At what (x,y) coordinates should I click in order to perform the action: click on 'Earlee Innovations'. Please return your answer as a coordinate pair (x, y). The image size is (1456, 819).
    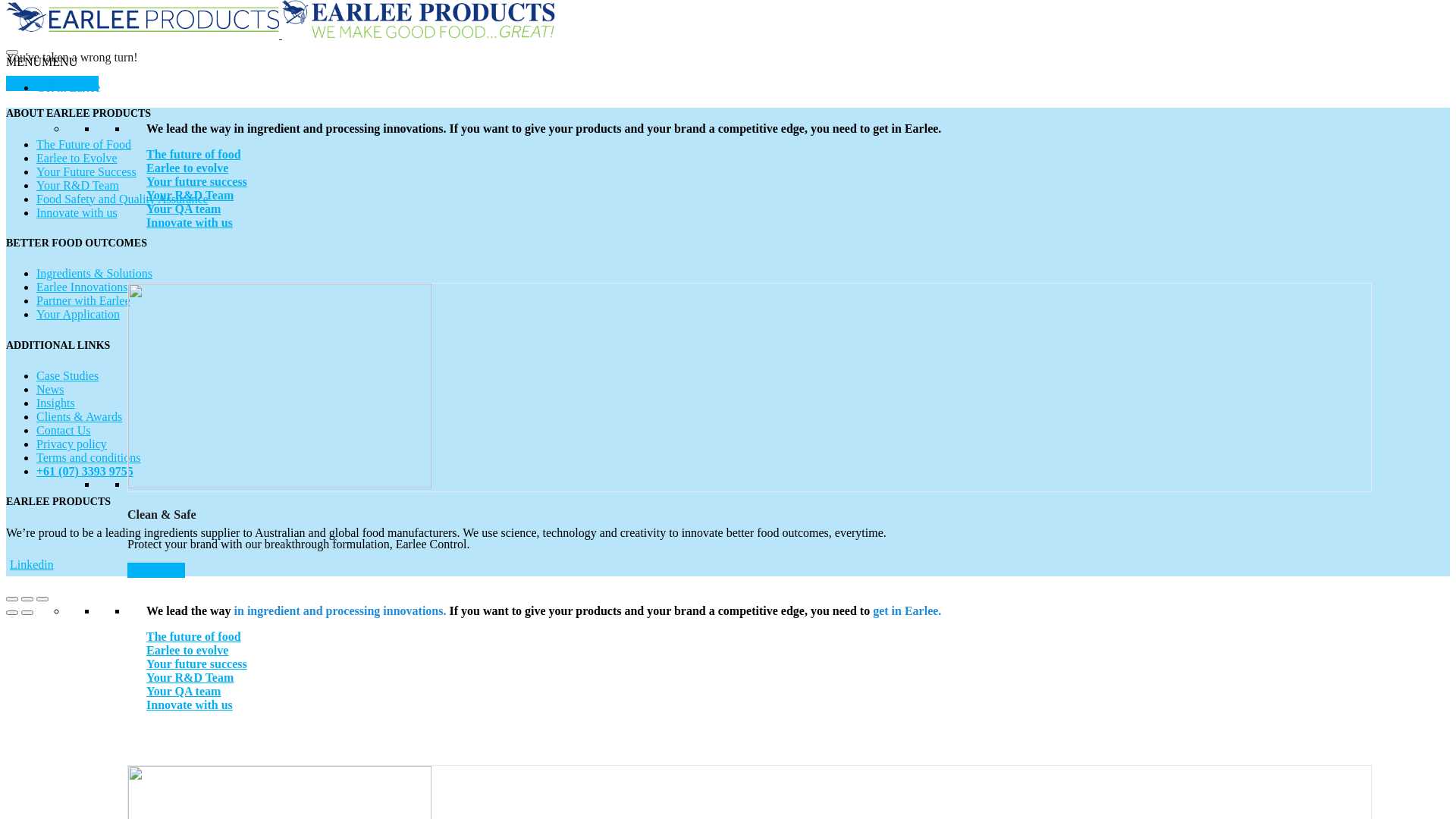
    Looking at the image, I should click on (80, 287).